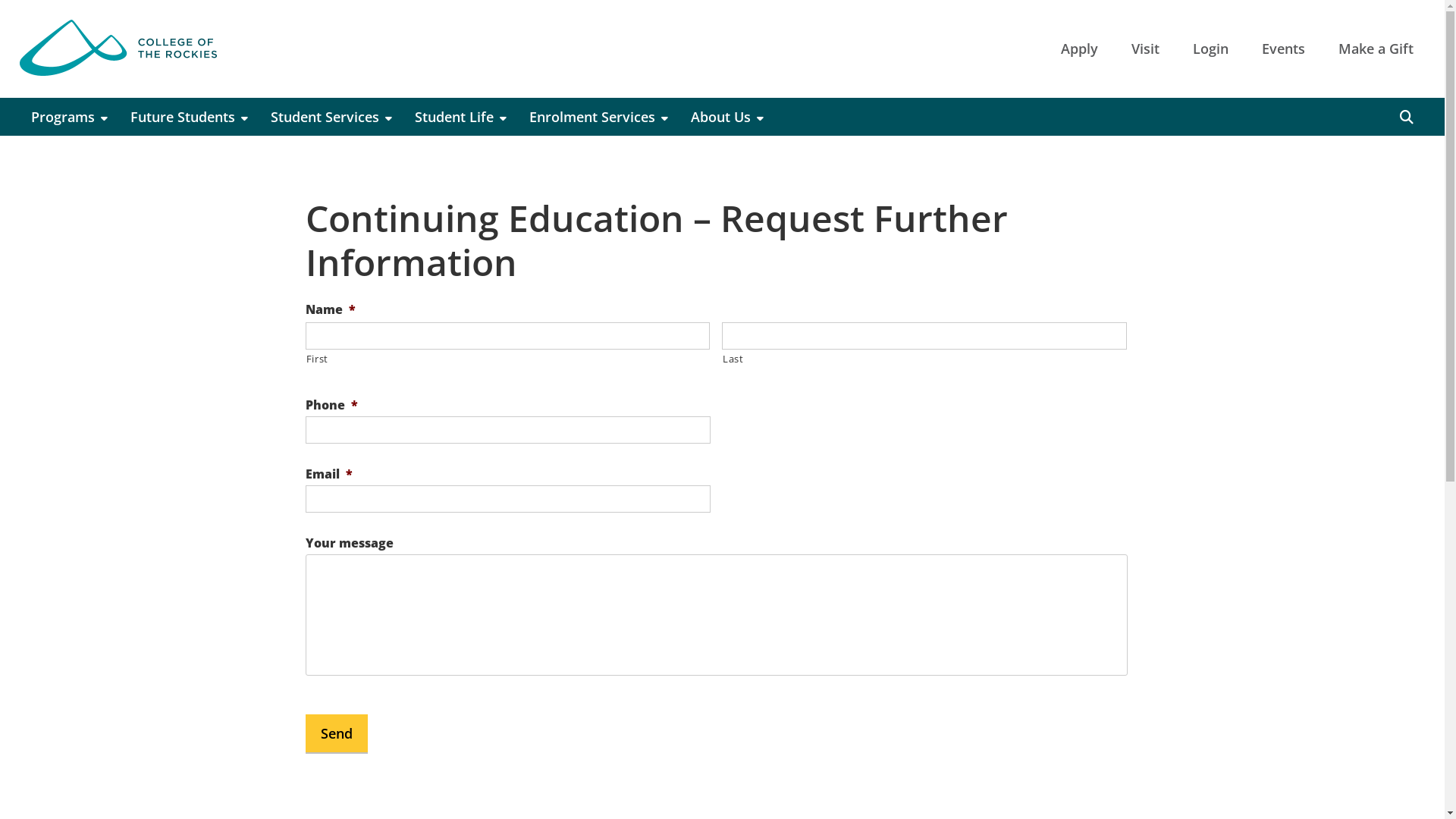  I want to click on 'Visit', so click(1145, 48).